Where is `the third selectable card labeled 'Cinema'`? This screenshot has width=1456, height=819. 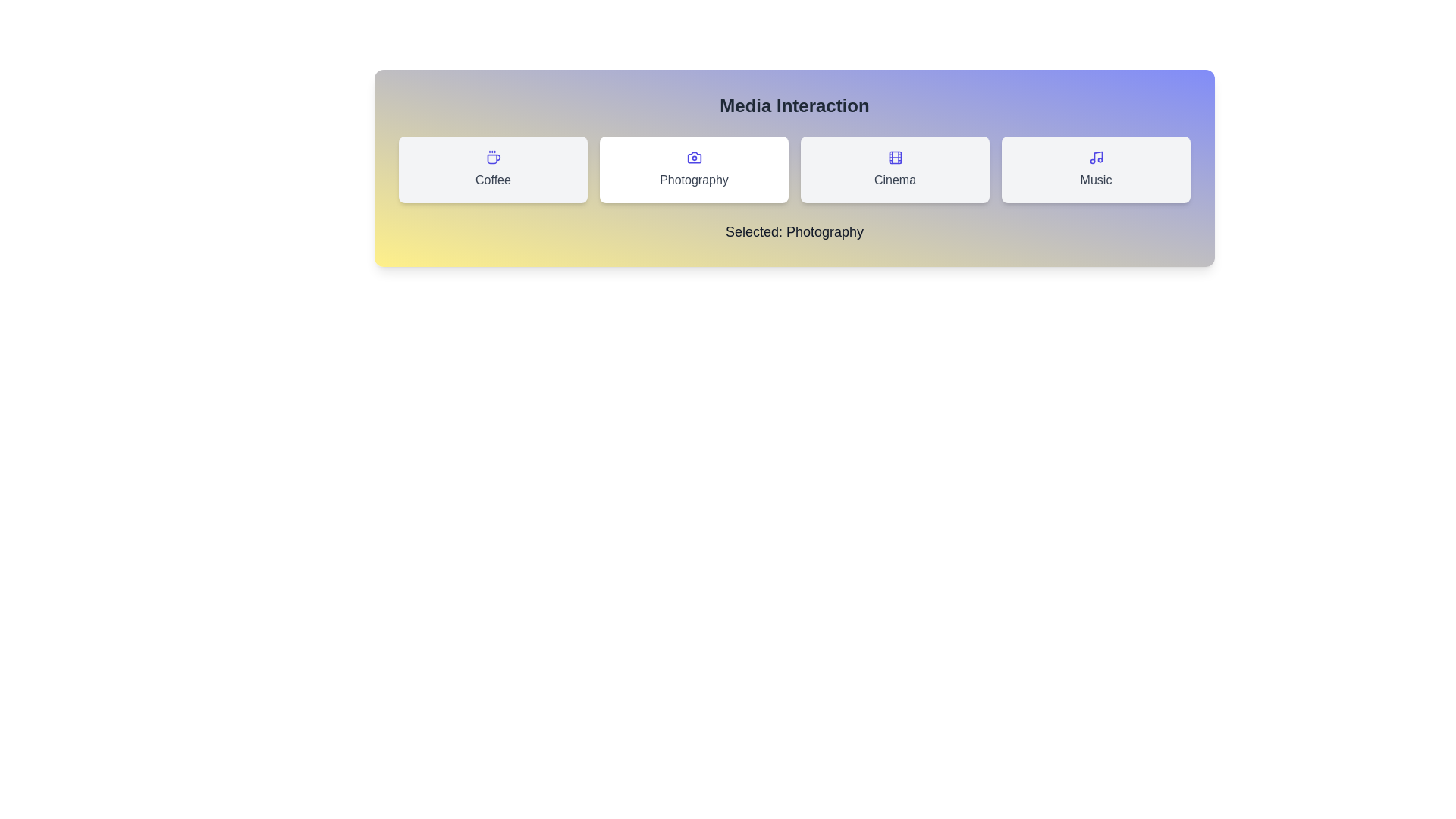 the third selectable card labeled 'Cinema' is located at coordinates (895, 169).